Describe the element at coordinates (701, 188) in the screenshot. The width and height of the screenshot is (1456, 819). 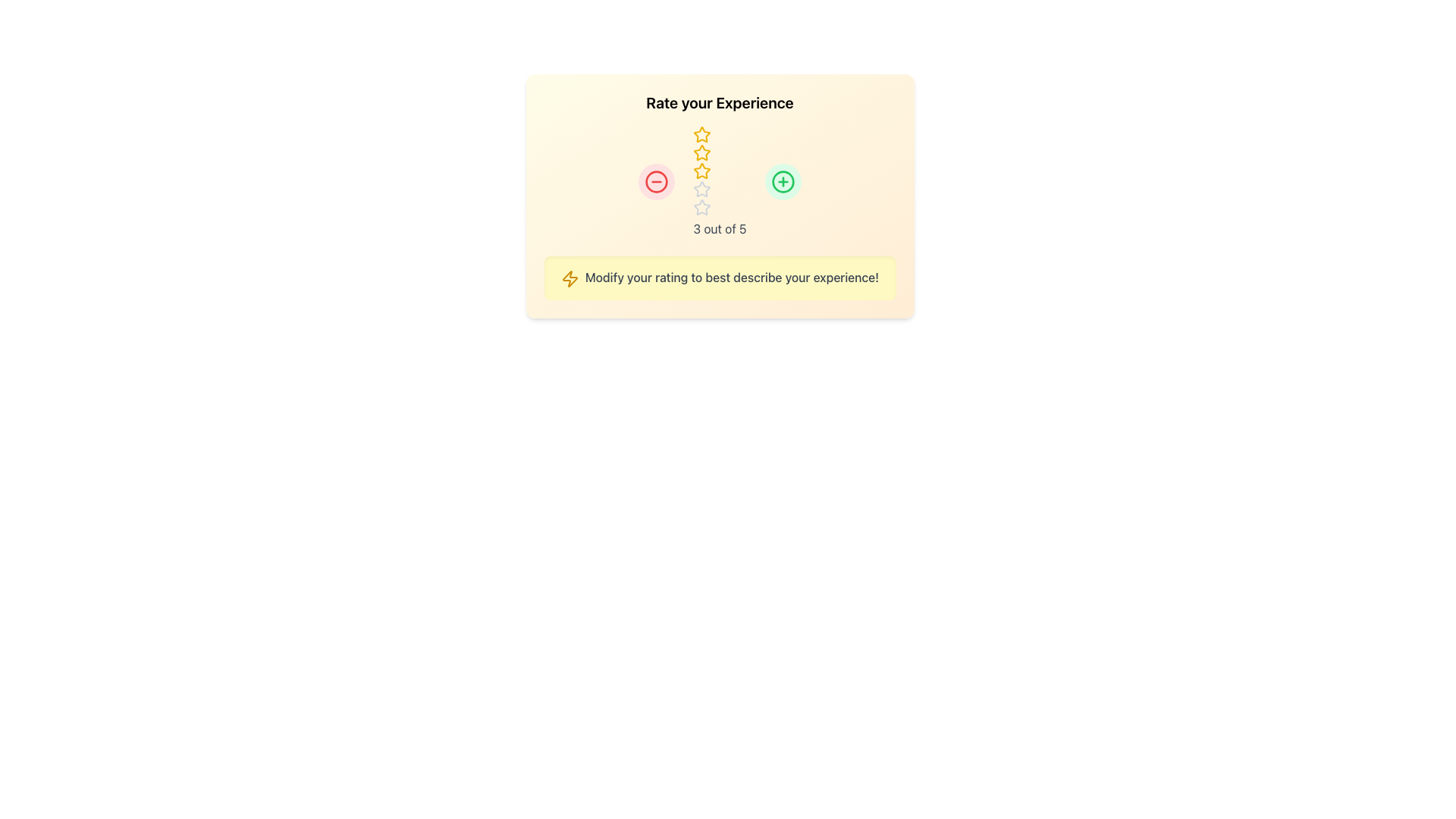
I see `the third star icon in the 5-star rating system` at that location.